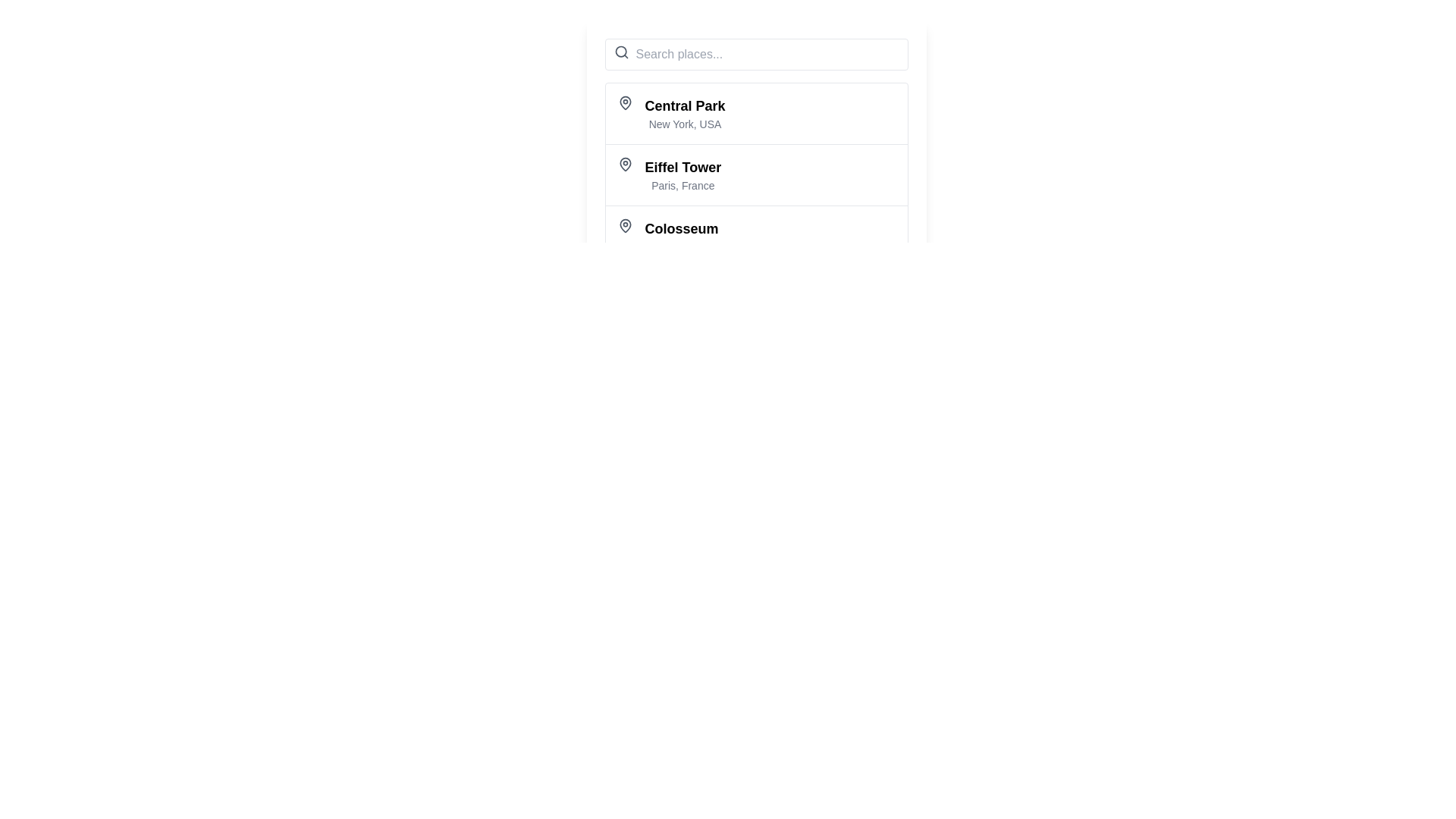  I want to click on the search icon located to the left of the 'Search places...' placeholder in the search bar, so click(621, 52).